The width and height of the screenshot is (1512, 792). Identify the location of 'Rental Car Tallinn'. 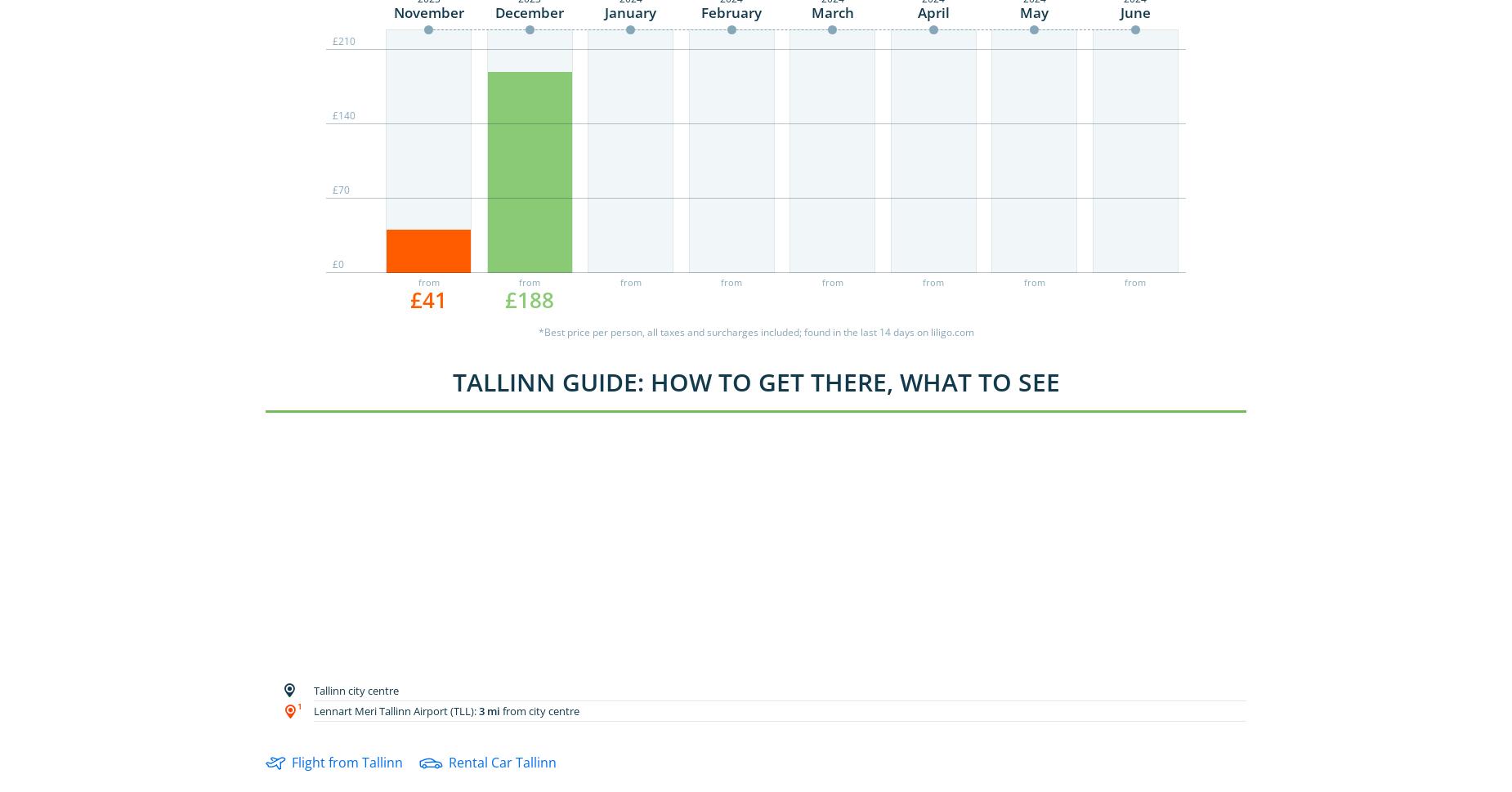
(502, 760).